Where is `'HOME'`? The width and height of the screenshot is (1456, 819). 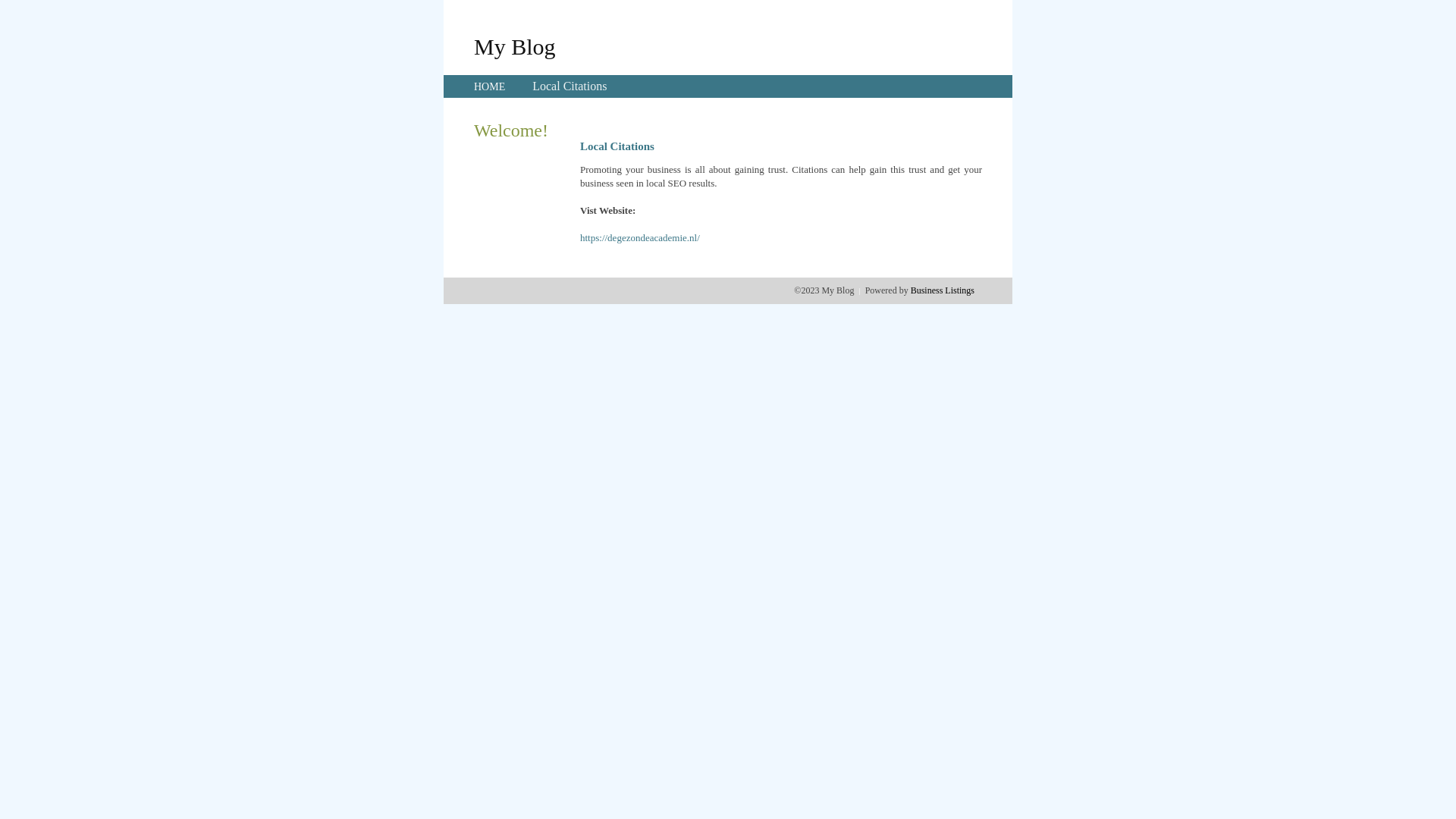
'HOME' is located at coordinates (472, 86).